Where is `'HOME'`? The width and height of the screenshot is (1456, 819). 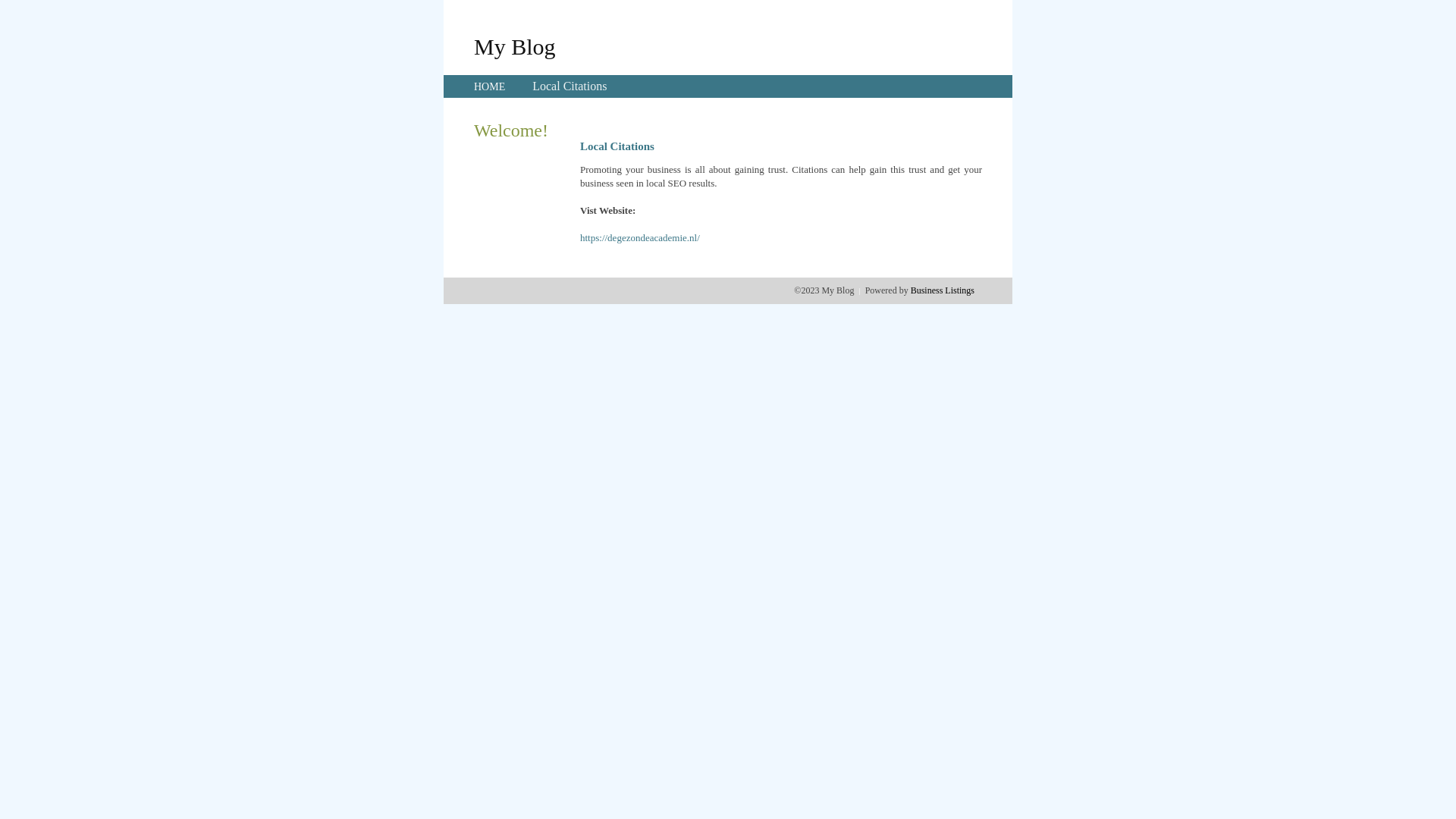
'HOME' is located at coordinates (472, 86).